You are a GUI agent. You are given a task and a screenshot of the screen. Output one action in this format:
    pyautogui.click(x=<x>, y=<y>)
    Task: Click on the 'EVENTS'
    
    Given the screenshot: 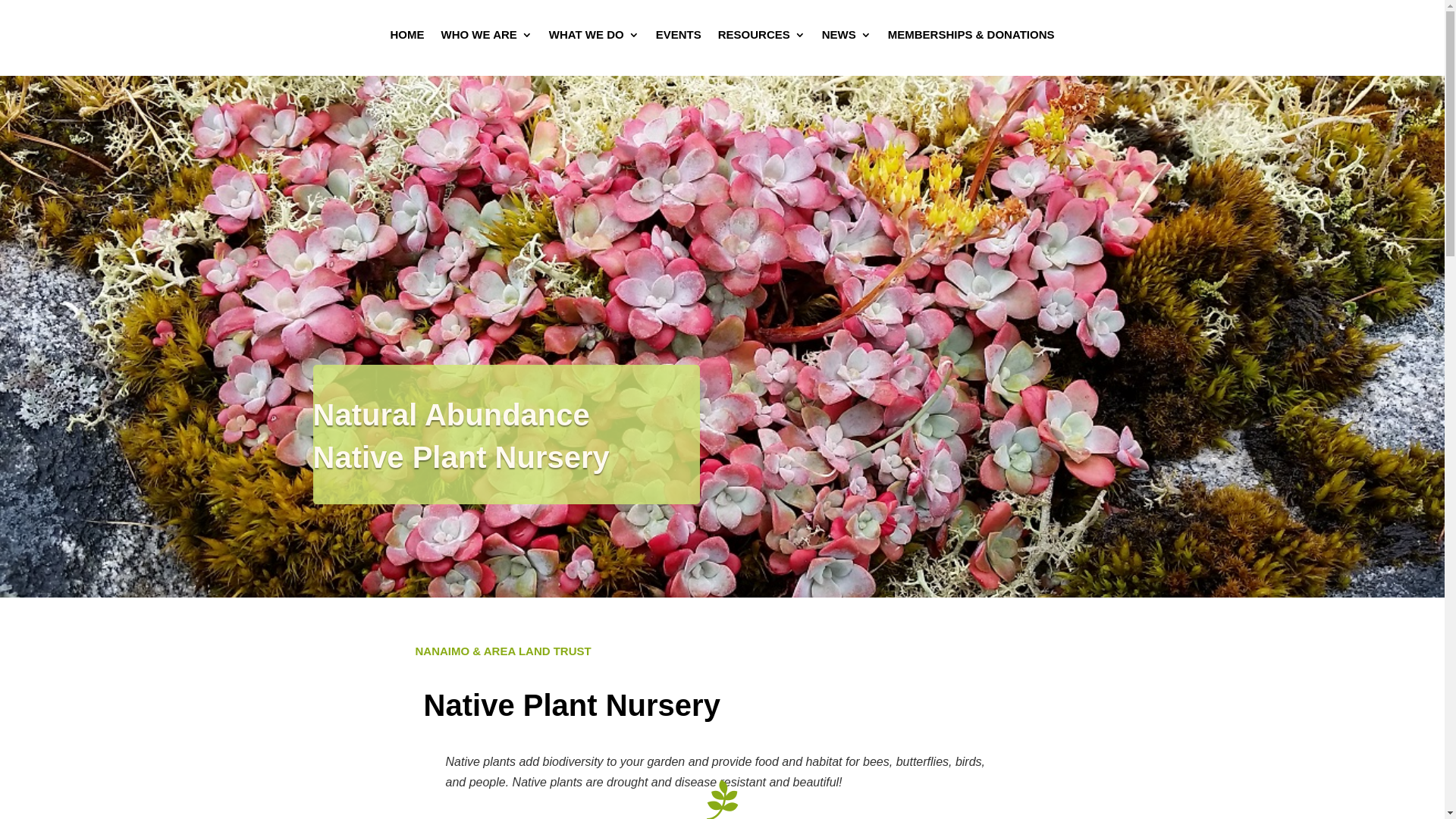 What is the action you would take?
    pyautogui.click(x=677, y=37)
    